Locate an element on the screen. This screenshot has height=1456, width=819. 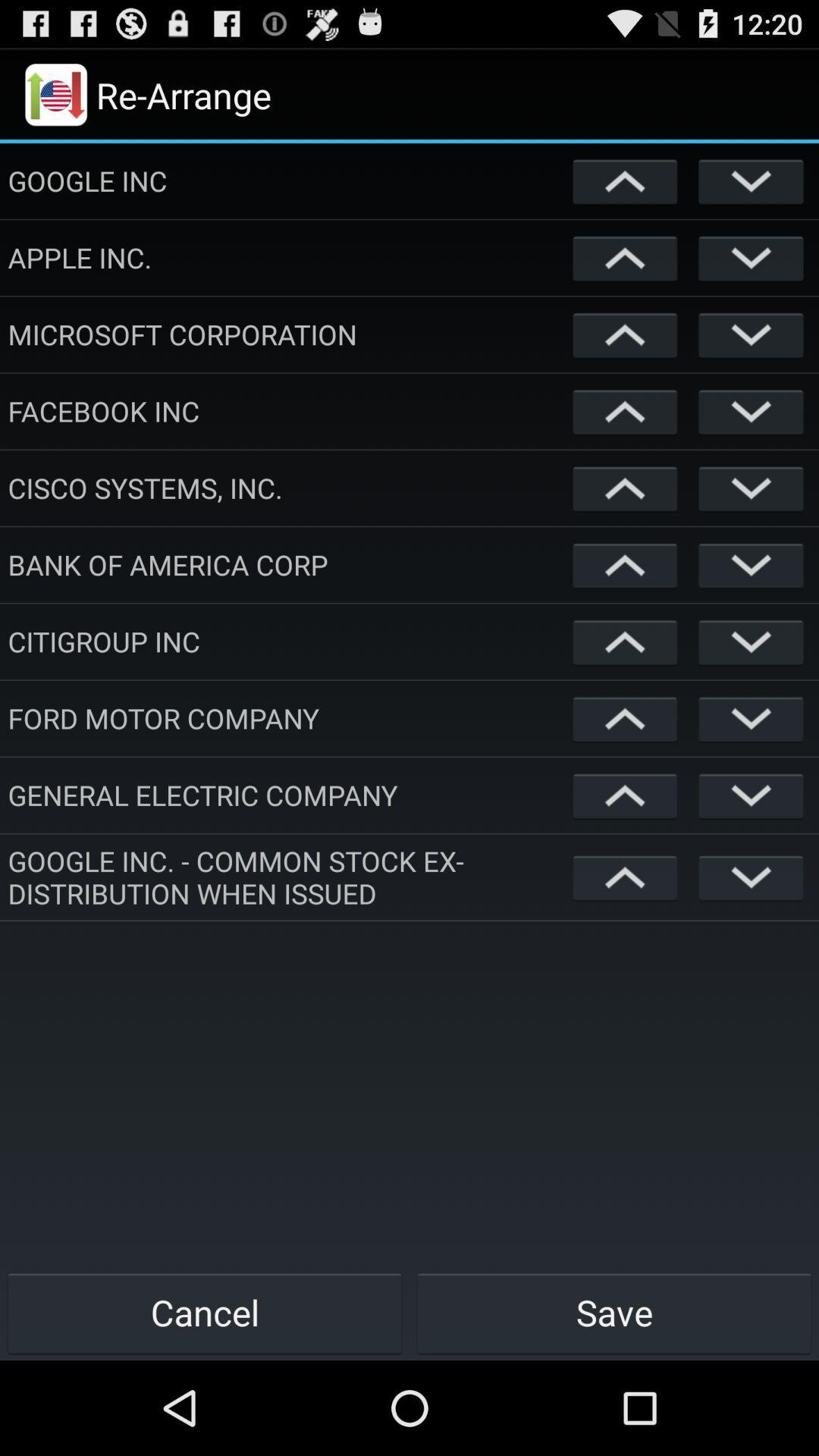
the button allows to move down an item listed is located at coordinates (751, 411).